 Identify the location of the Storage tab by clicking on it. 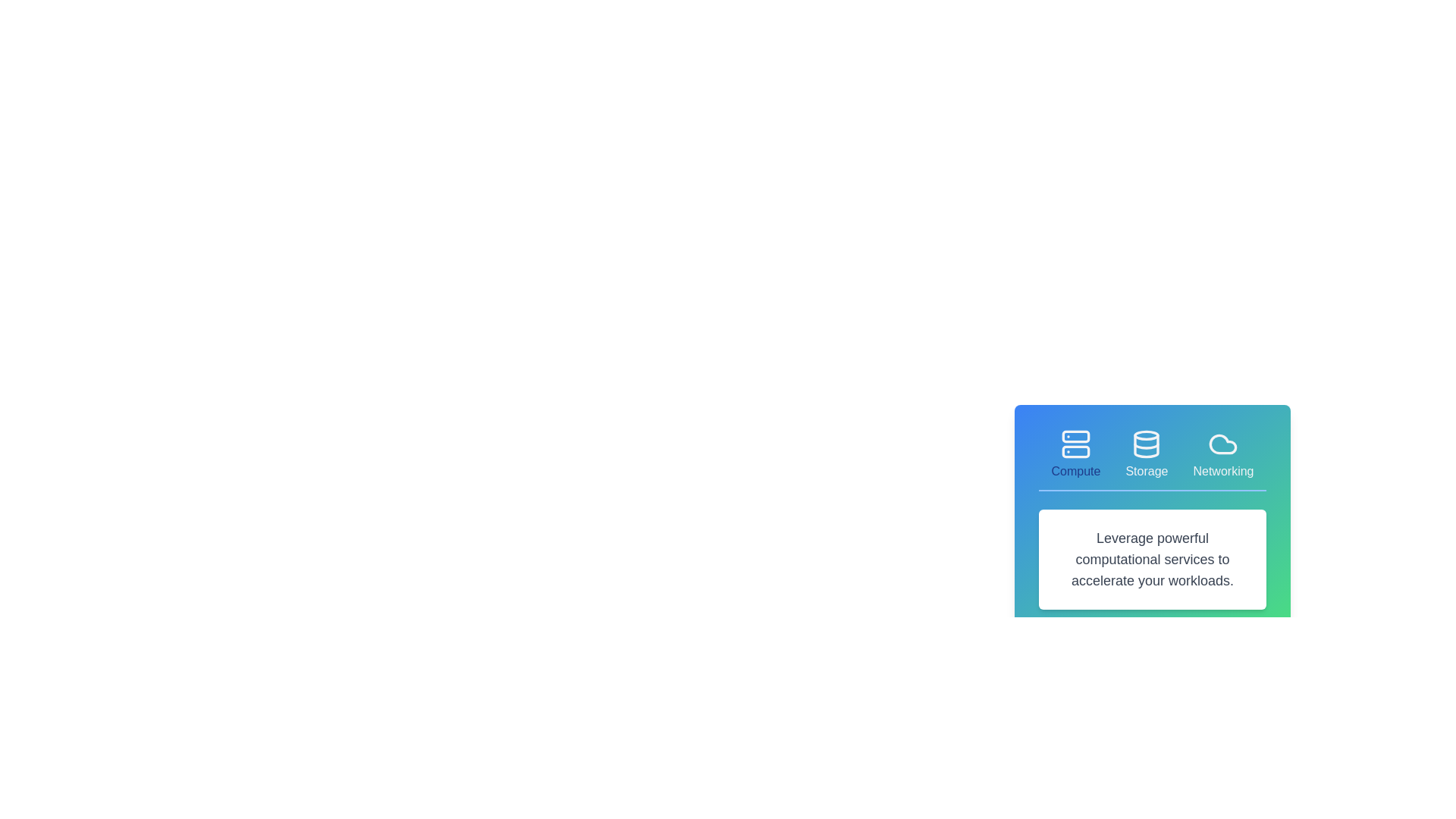
(1147, 454).